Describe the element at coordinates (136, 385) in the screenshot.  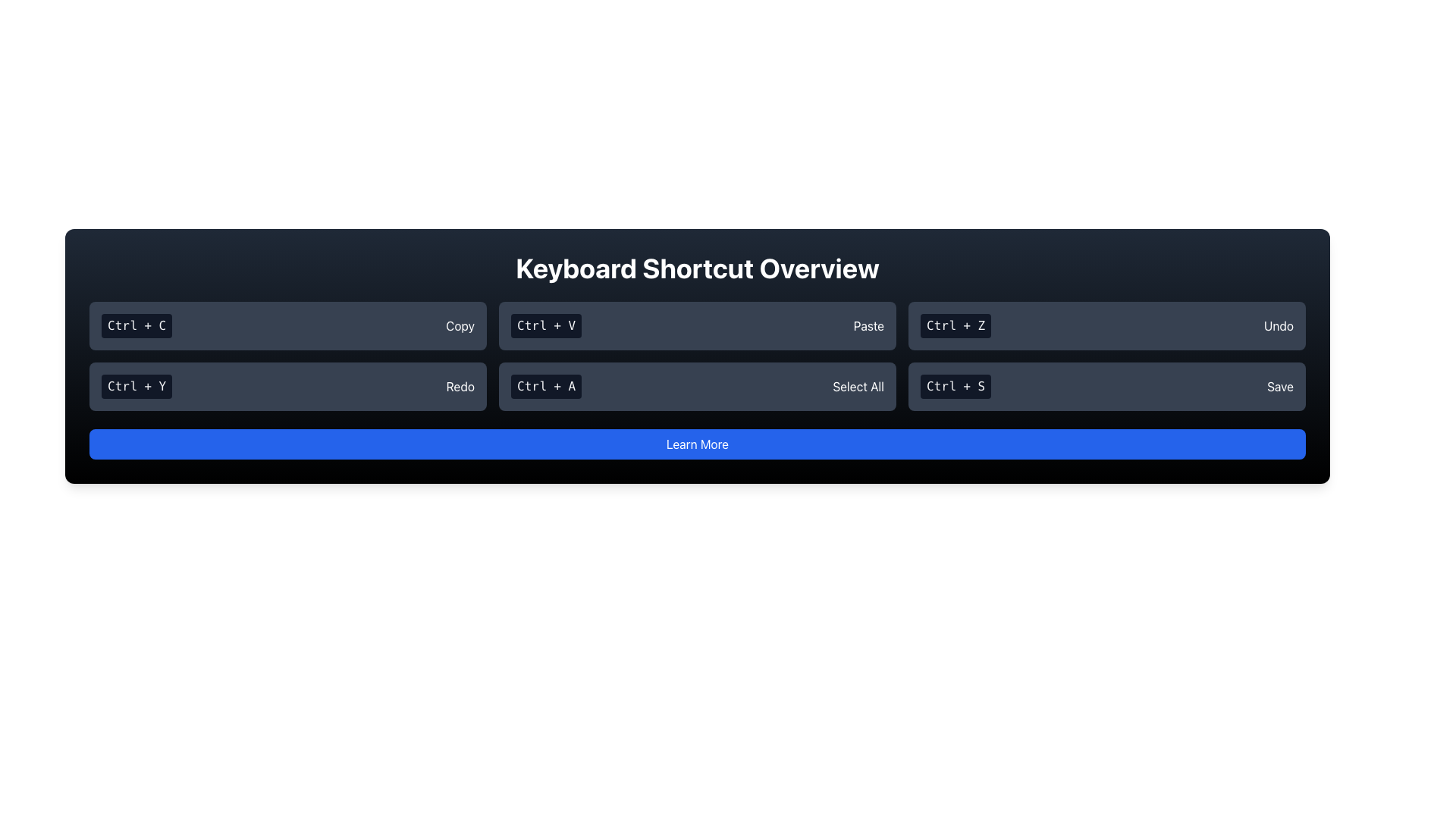
I see `the Text Label styled as a button that indicates the 'Ctrl + Y' keyboard shortcut associated with the 'Redo' action` at that location.